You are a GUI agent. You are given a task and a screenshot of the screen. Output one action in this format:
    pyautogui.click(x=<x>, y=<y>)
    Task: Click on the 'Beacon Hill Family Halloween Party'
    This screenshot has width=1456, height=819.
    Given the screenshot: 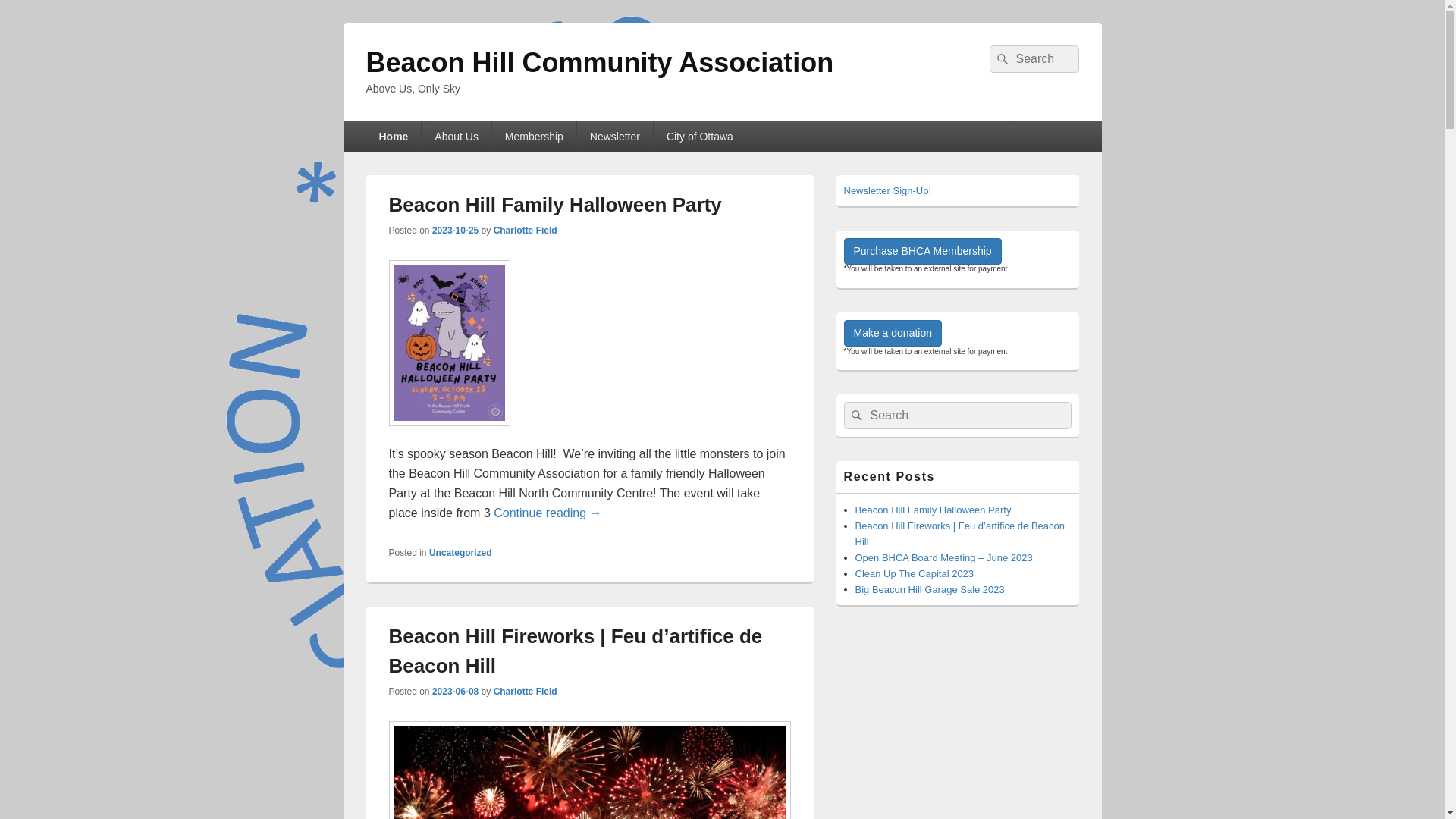 What is the action you would take?
    pyautogui.click(x=554, y=205)
    